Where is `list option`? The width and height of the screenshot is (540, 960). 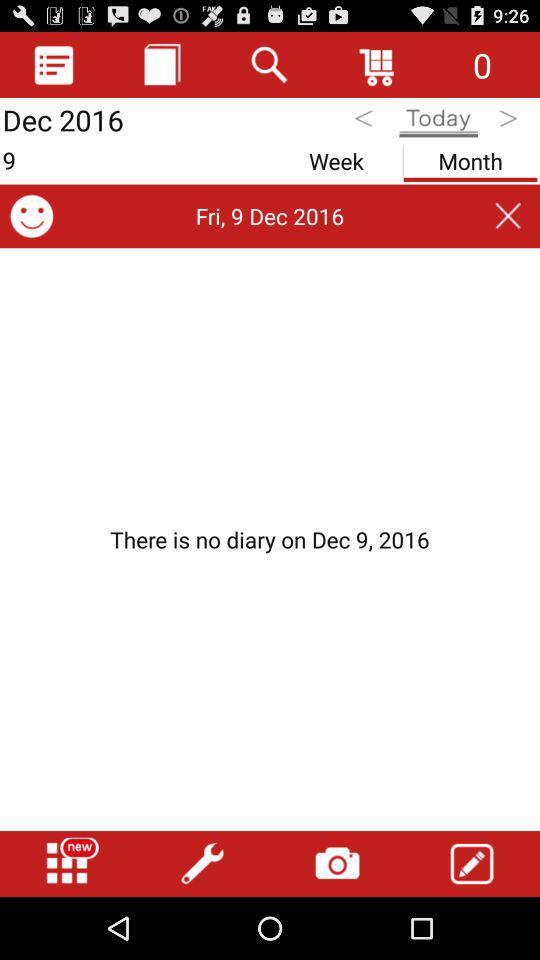
list option is located at coordinates (54, 64).